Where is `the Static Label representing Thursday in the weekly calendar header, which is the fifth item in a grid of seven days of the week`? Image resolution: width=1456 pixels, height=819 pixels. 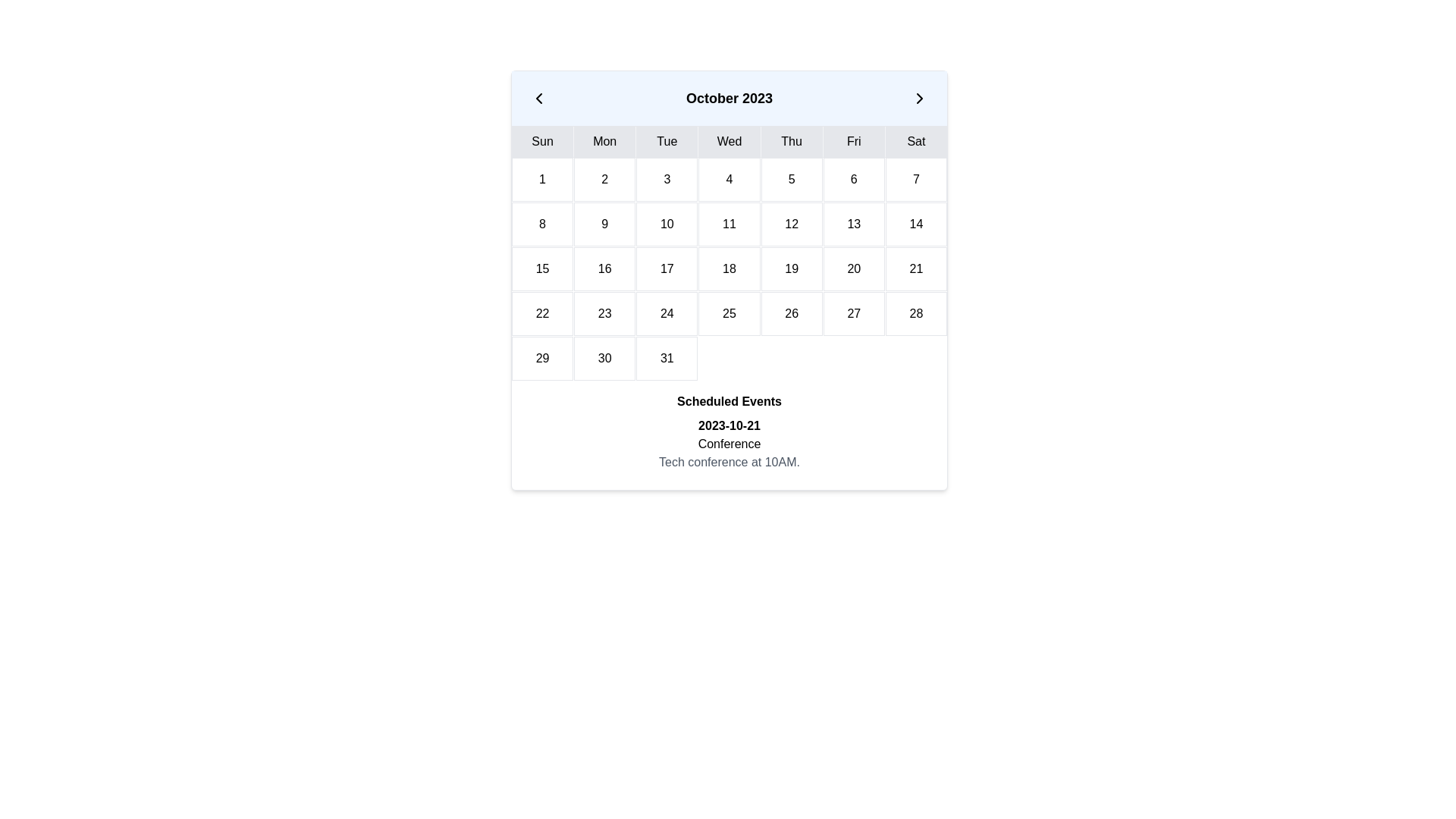
the Static Label representing Thursday in the weekly calendar header, which is the fifth item in a grid of seven days of the week is located at coordinates (791, 141).